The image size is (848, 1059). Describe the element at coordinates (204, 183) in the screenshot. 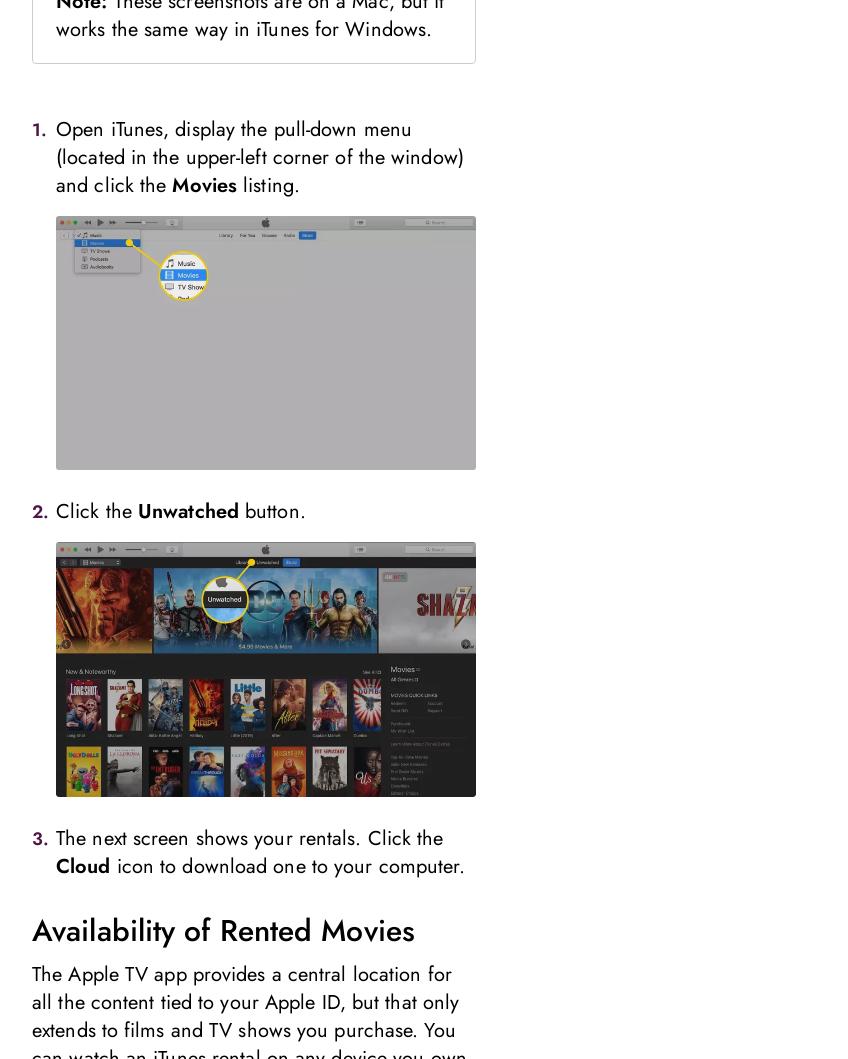

I see `'Movies'` at that location.